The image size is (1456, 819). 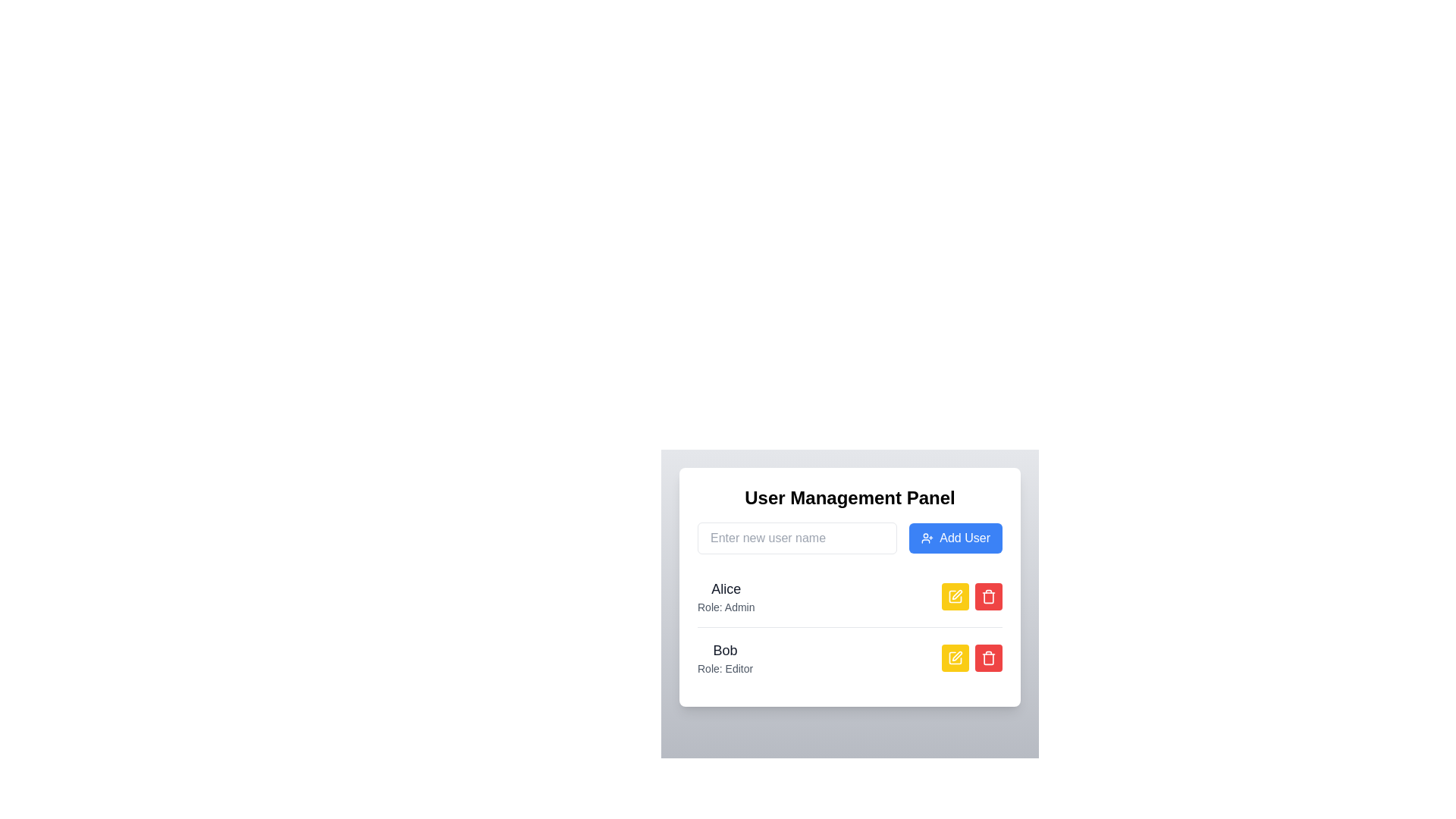 I want to click on the static text label that indicates Bob's role as 'Editor', which is positioned below the username 'Bob' and aligned with the edit and delete buttons, so click(x=724, y=668).